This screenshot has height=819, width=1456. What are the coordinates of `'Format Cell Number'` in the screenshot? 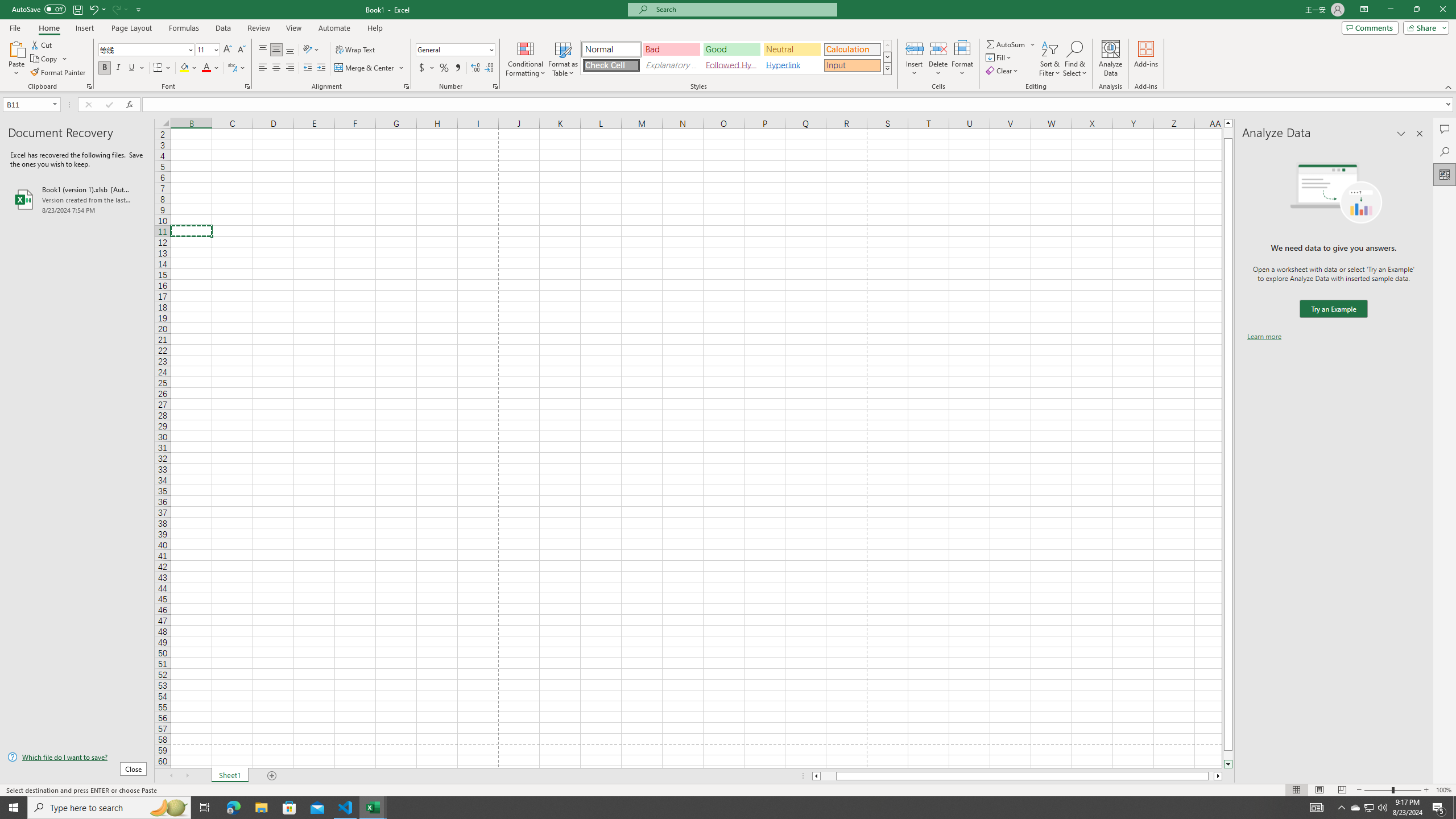 It's located at (494, 85).